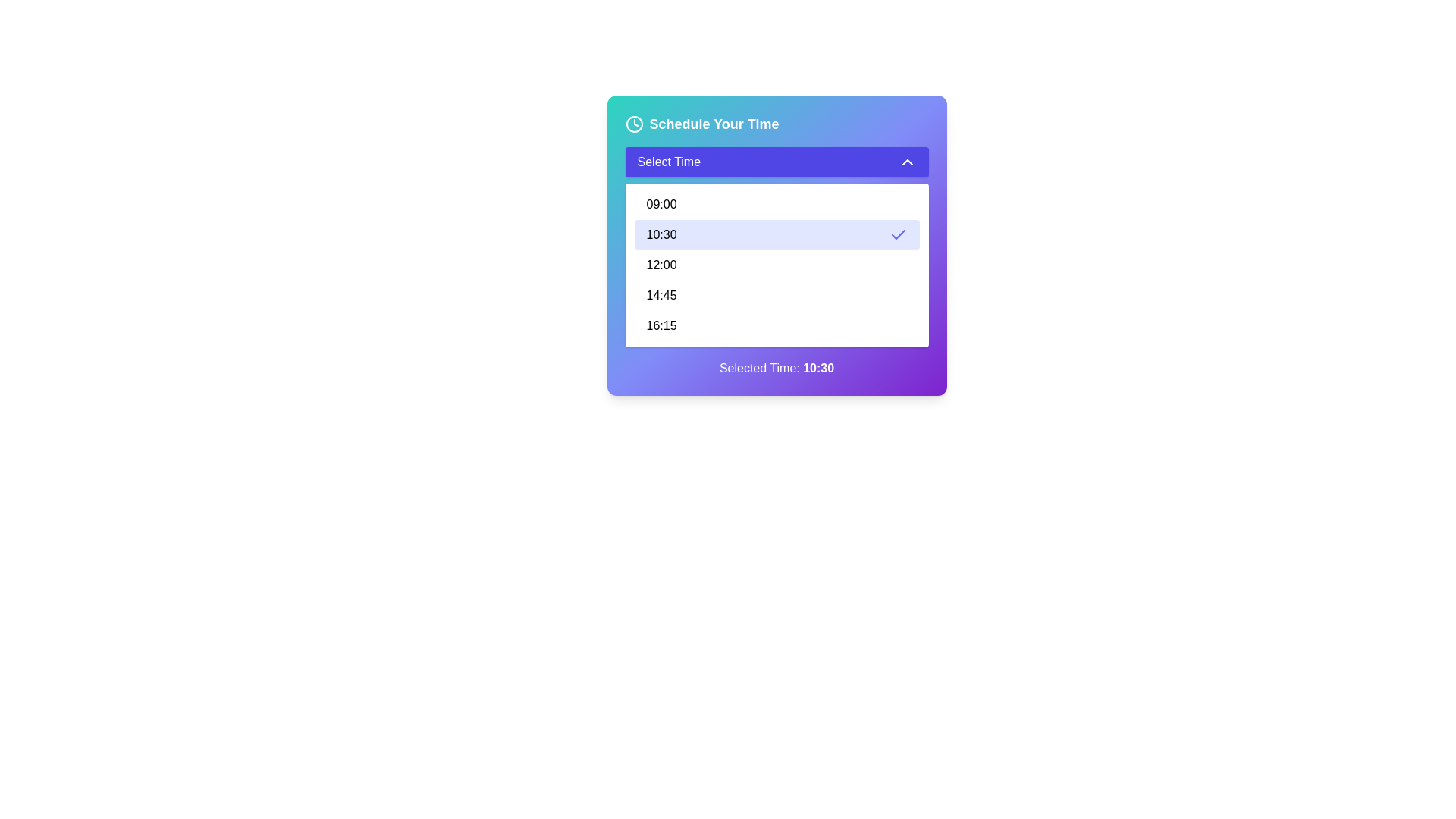 The image size is (1456, 819). Describe the element at coordinates (898, 234) in the screenshot. I see `the icon indicating the selected time slot of '10:30' in the dropdown menu` at that location.